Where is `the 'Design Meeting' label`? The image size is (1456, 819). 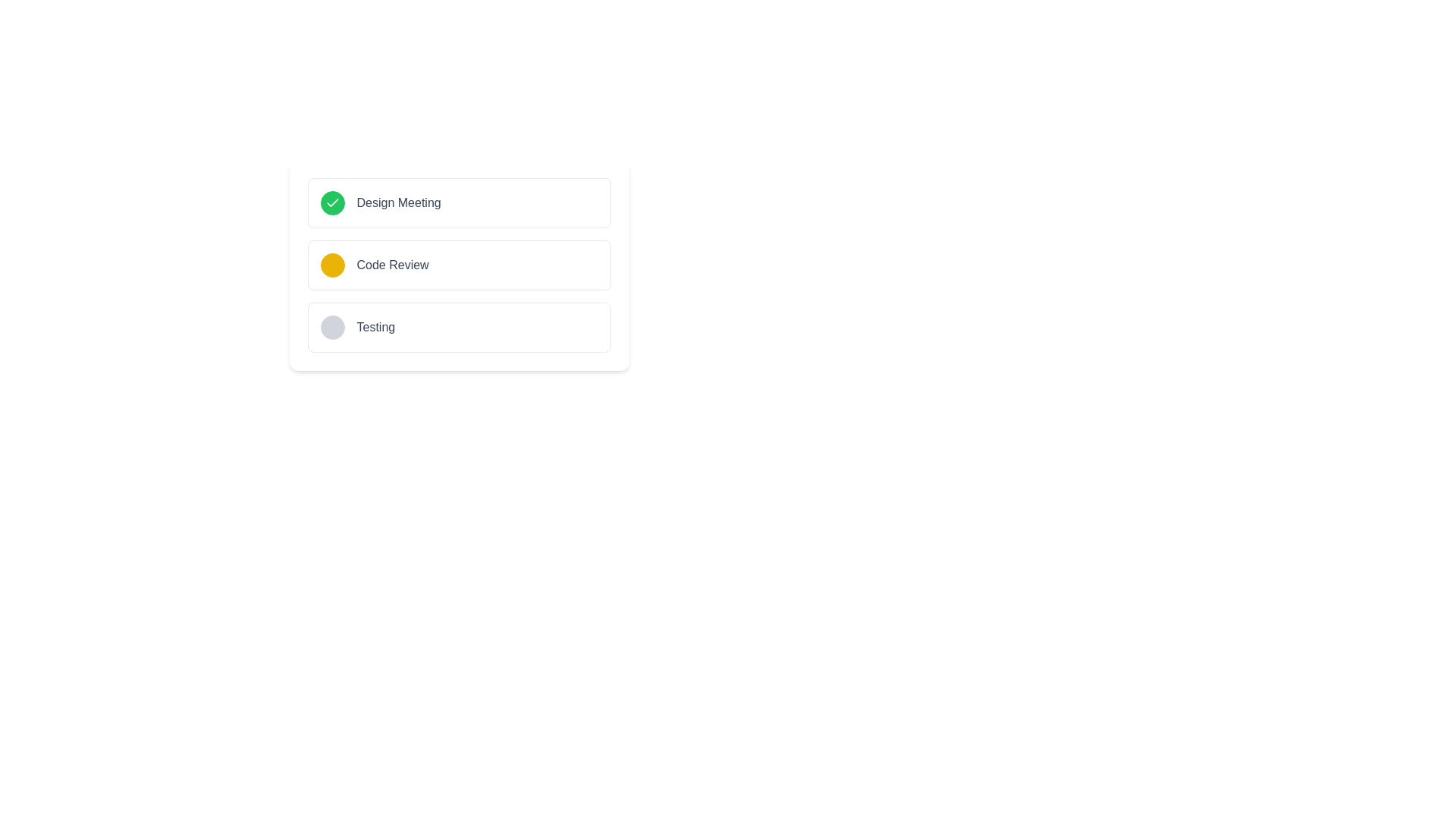 the 'Design Meeting' label is located at coordinates (399, 202).